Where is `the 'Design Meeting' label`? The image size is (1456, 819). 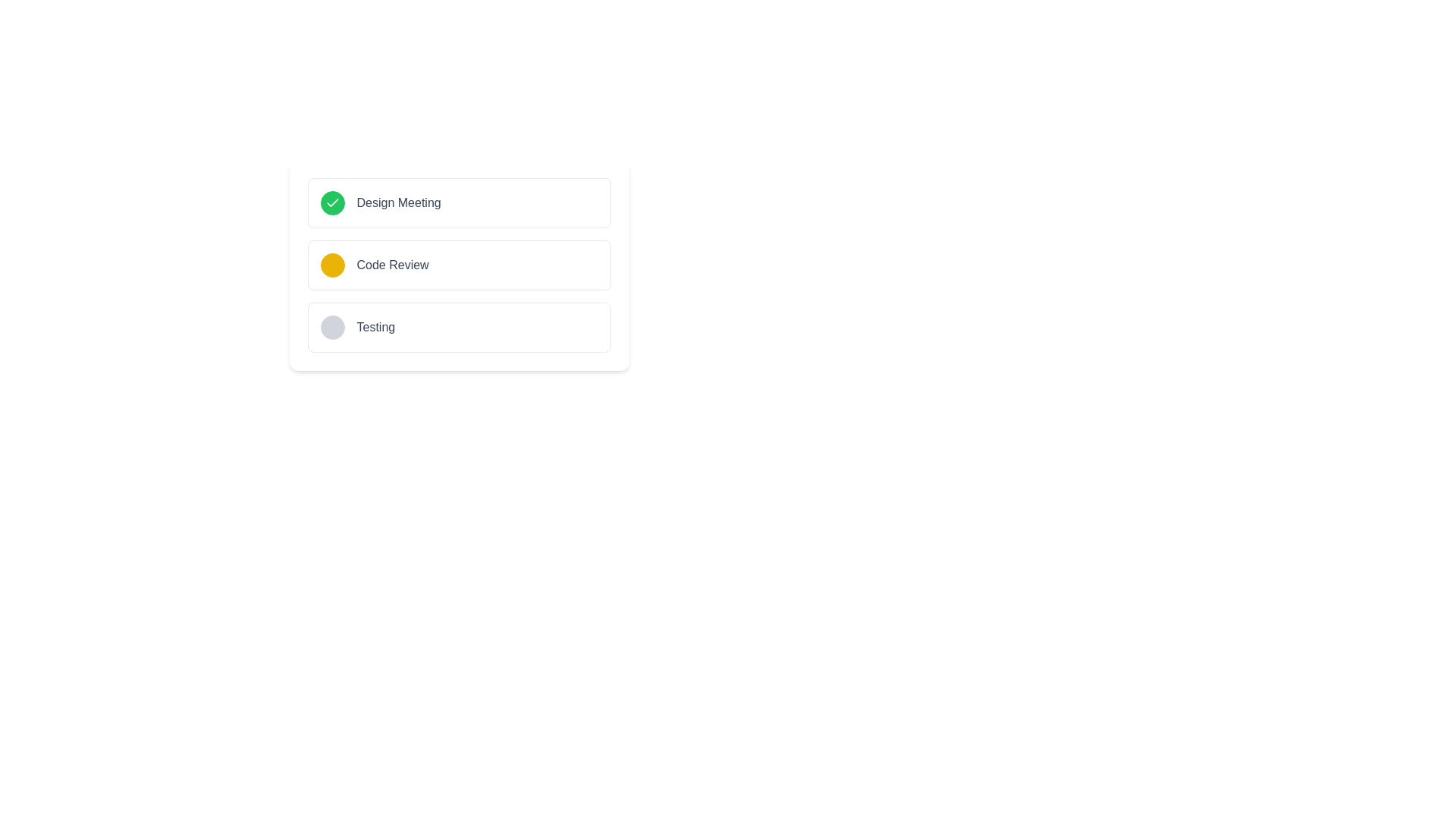 the 'Design Meeting' label is located at coordinates (399, 202).